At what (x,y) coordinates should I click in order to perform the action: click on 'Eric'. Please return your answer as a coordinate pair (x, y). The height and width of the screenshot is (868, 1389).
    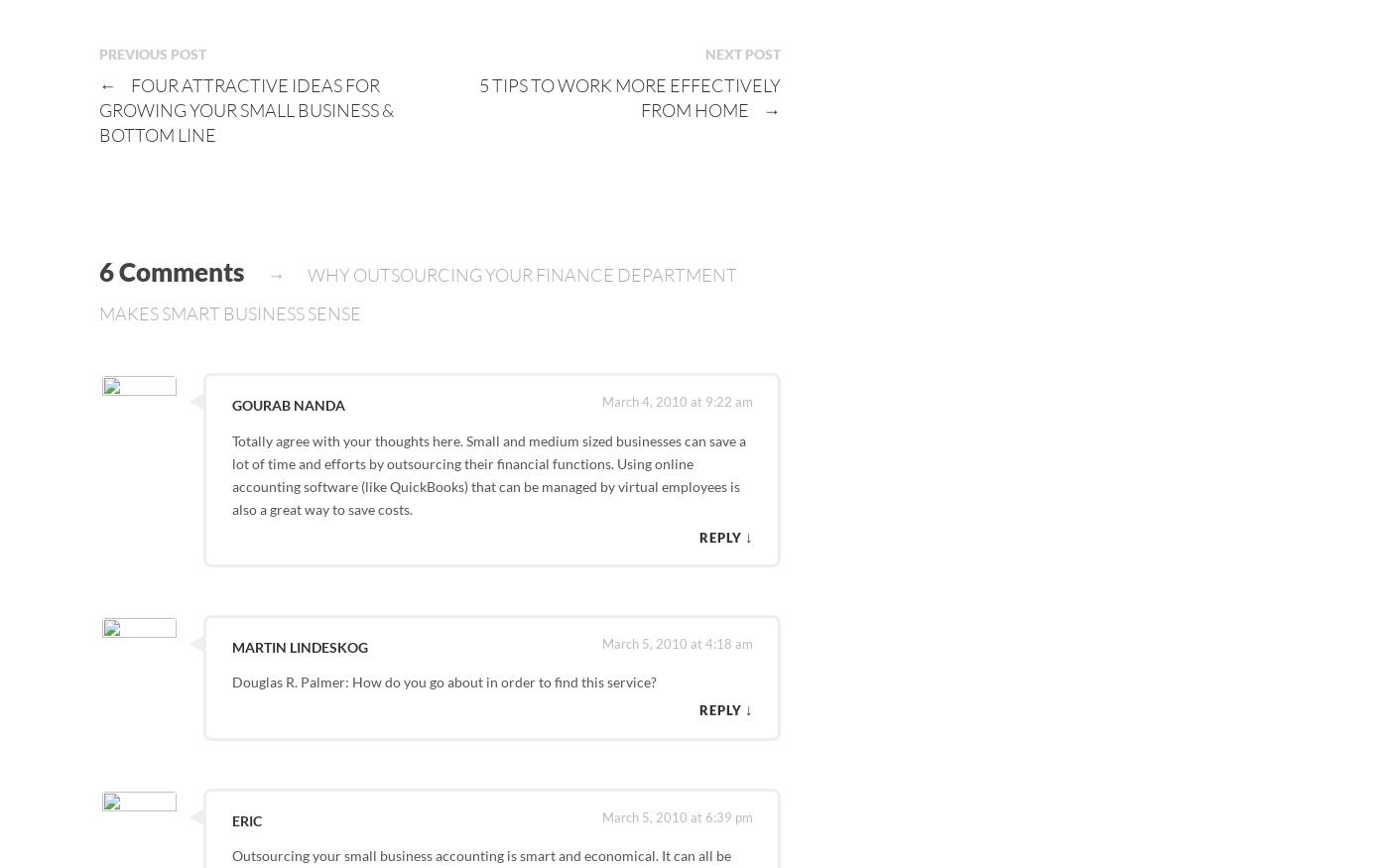
    Looking at the image, I should click on (245, 819).